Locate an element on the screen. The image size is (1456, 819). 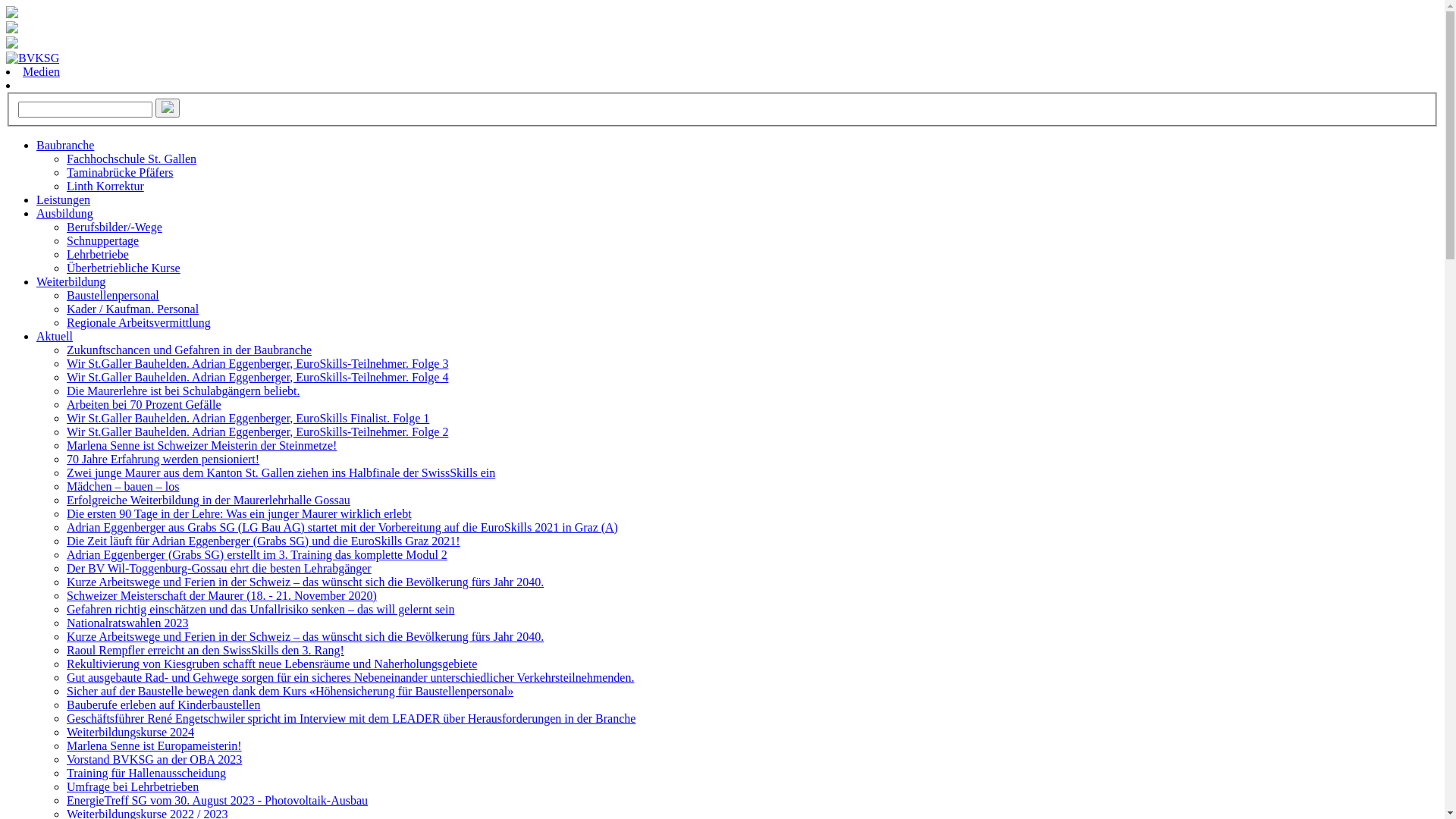
'70 Jahre Erfahrung werden pensioniert!' is located at coordinates (163, 458).